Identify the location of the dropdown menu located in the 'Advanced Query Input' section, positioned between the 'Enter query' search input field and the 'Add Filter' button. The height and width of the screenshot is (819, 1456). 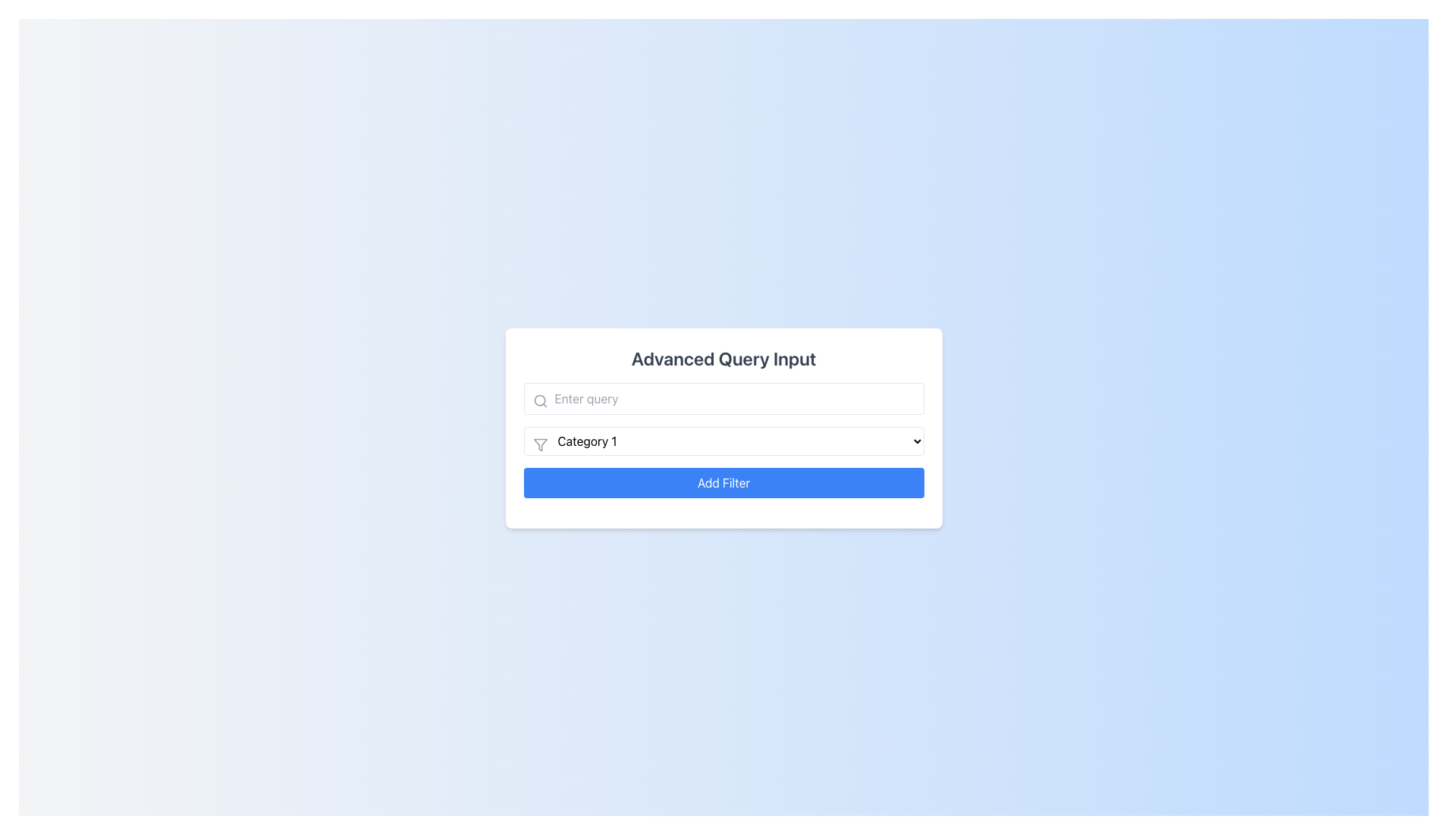
(723, 441).